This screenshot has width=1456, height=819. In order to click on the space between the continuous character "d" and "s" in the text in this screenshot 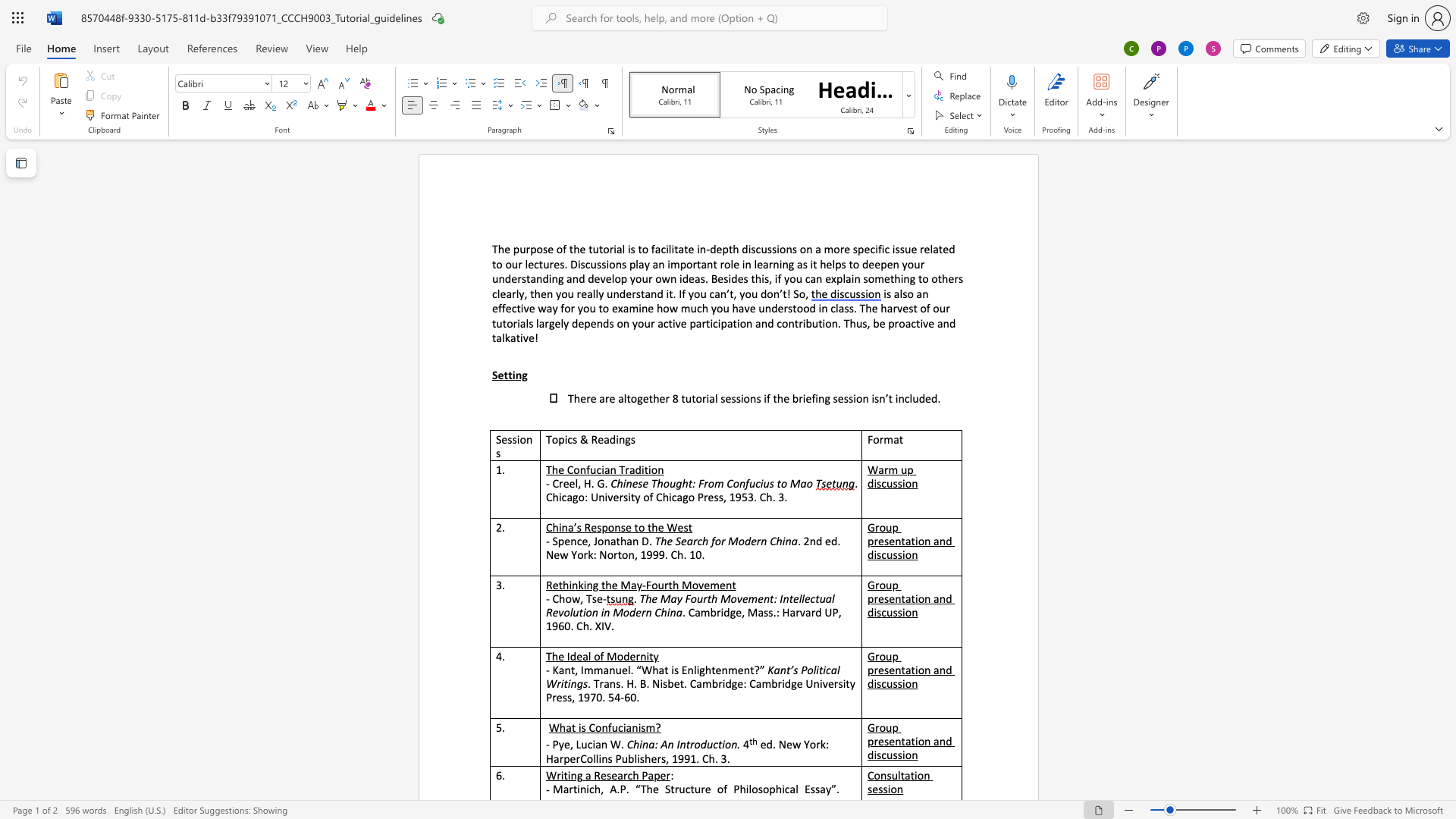, I will do `click(608, 322)`.